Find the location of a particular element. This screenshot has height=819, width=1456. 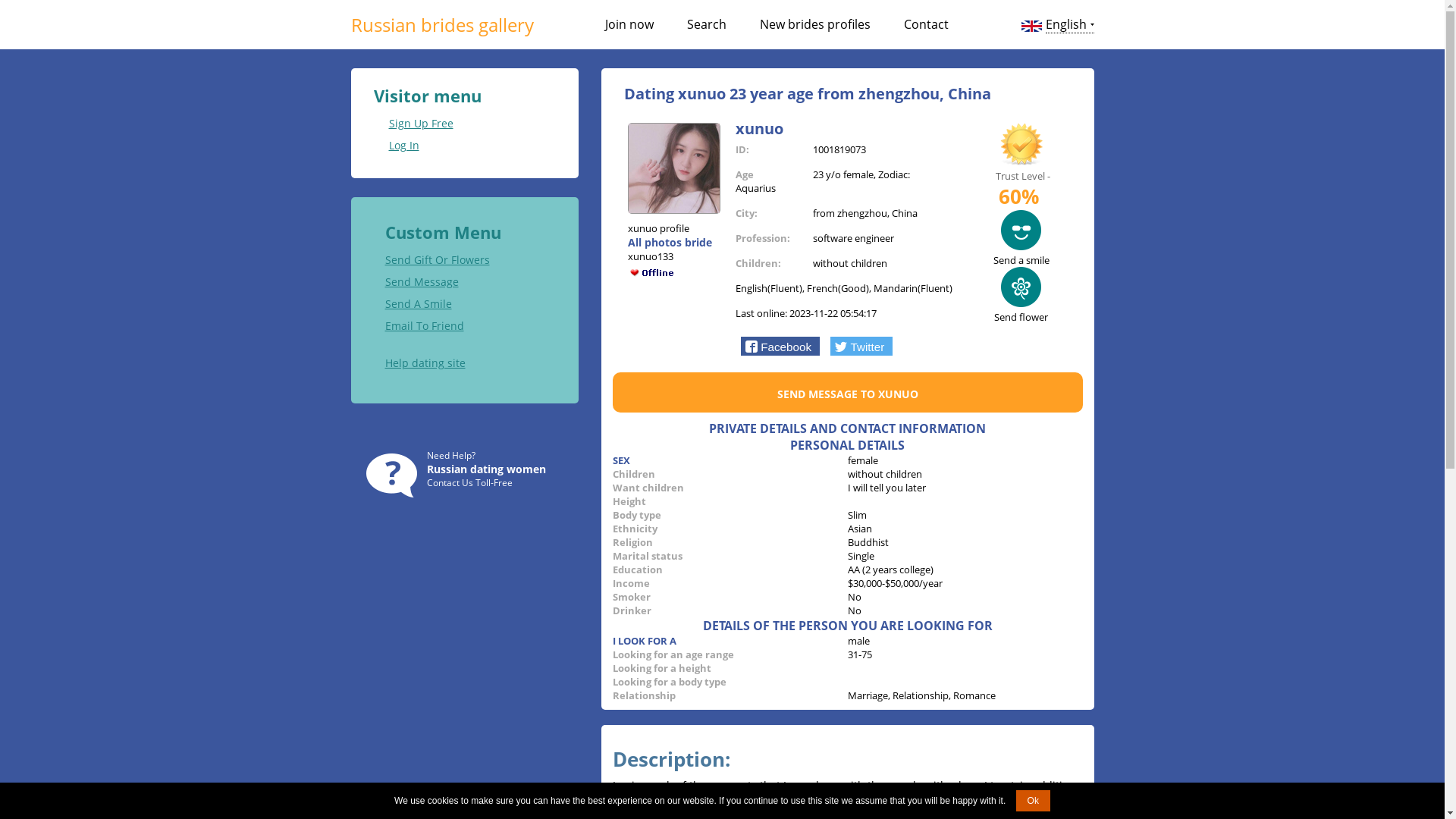

'English' is located at coordinates (1068, 24).